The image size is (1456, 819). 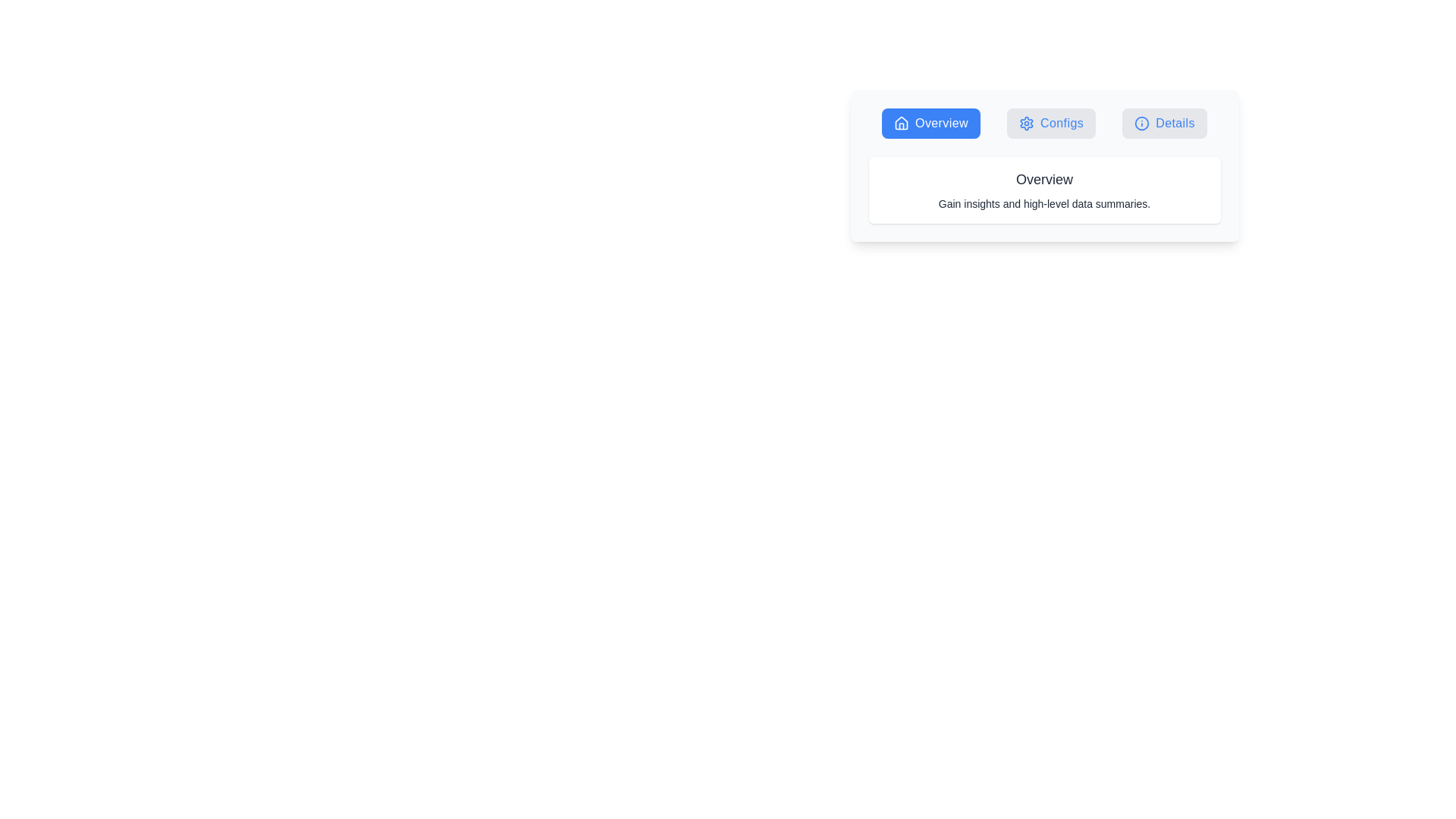 What do you see at coordinates (930, 122) in the screenshot?
I see `the tab labeled Overview` at bounding box center [930, 122].